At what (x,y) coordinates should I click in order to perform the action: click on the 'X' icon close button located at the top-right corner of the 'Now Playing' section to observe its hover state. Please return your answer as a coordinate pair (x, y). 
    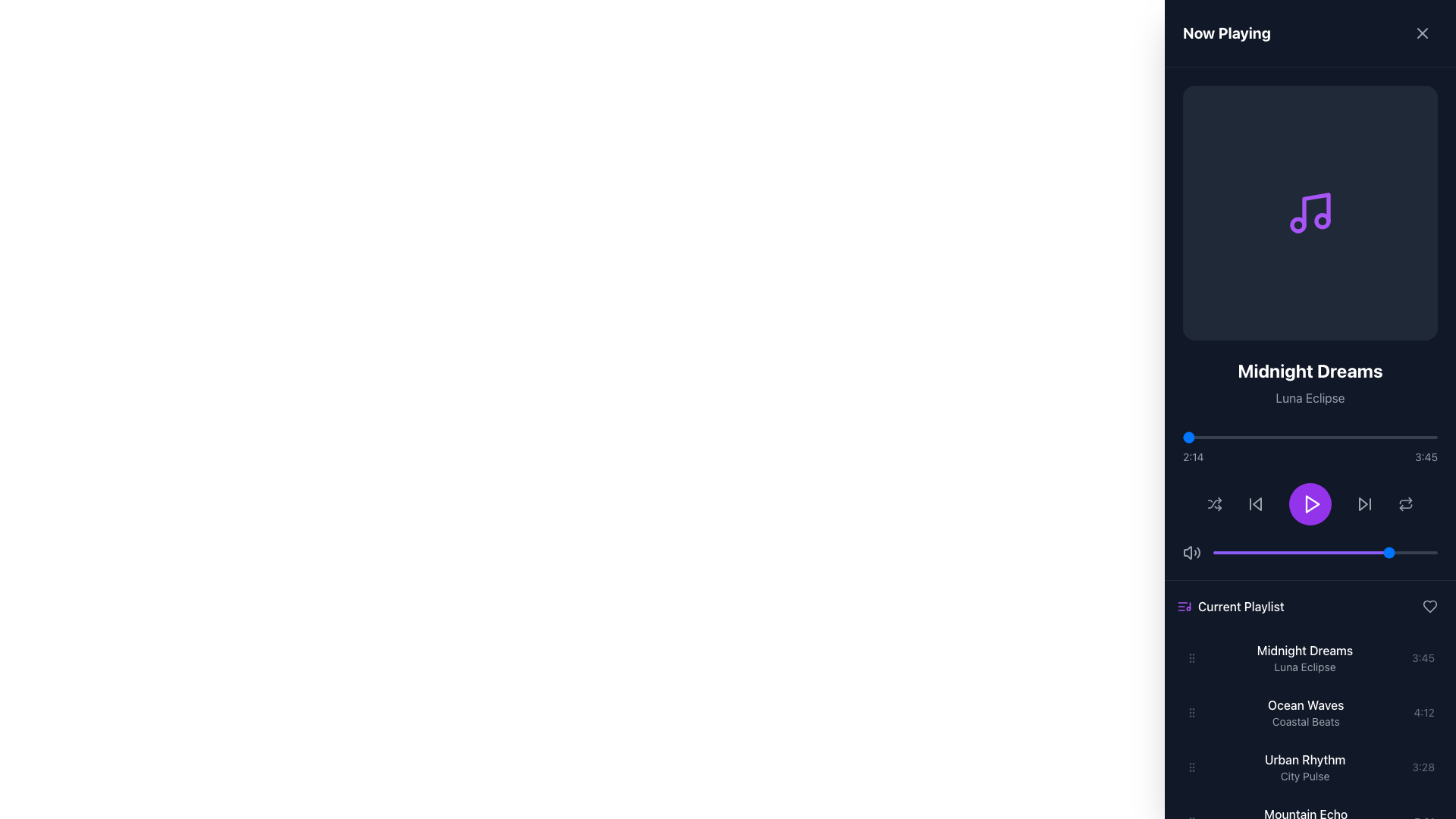
    Looking at the image, I should click on (1422, 33).